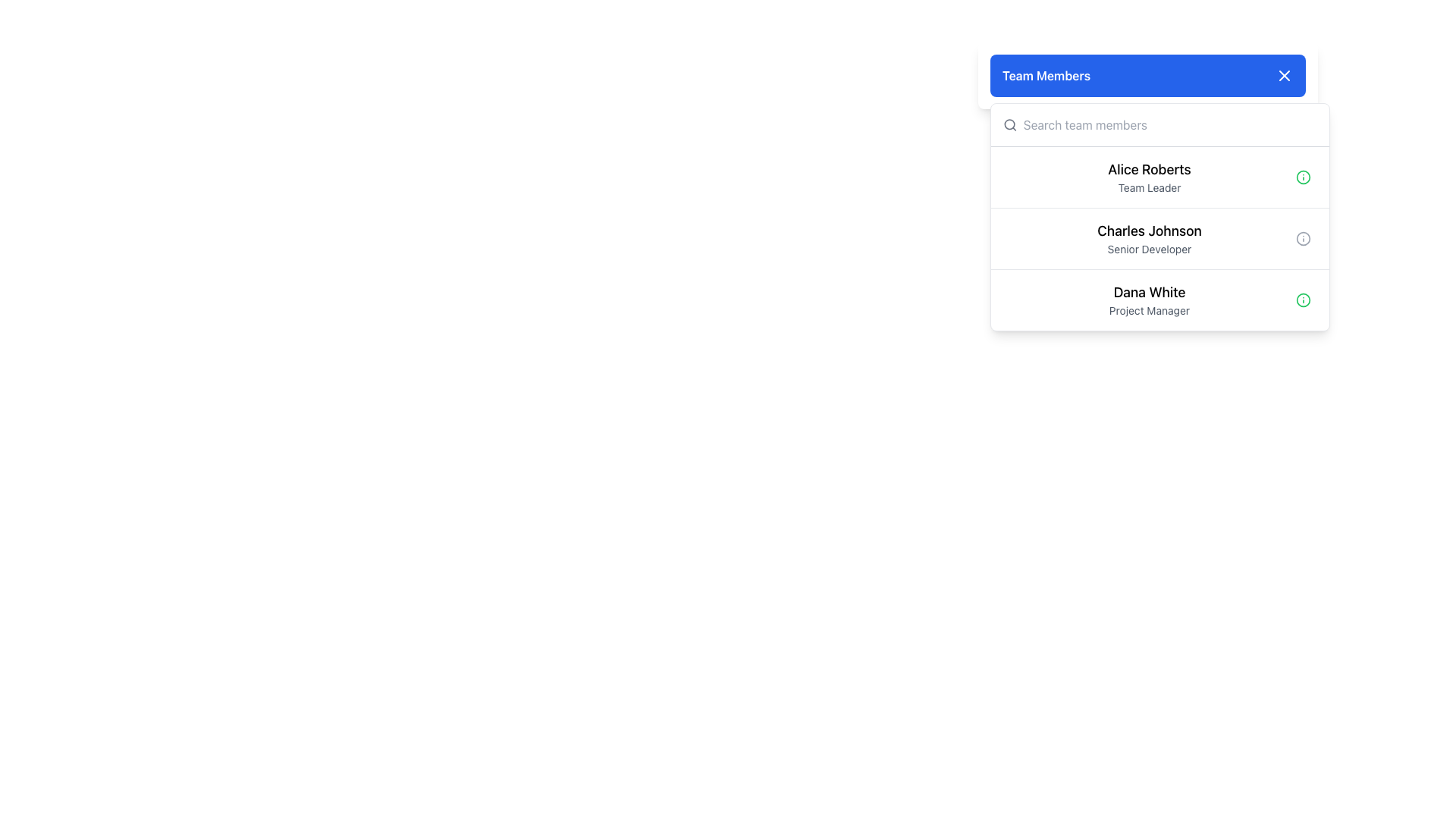 This screenshot has width=1456, height=819. I want to click on the close button, which is represented by a diagonal cross line styled as part of an 'x' icon located in the top-right corner of the 'Team Members' blue header bar, so click(1284, 76).